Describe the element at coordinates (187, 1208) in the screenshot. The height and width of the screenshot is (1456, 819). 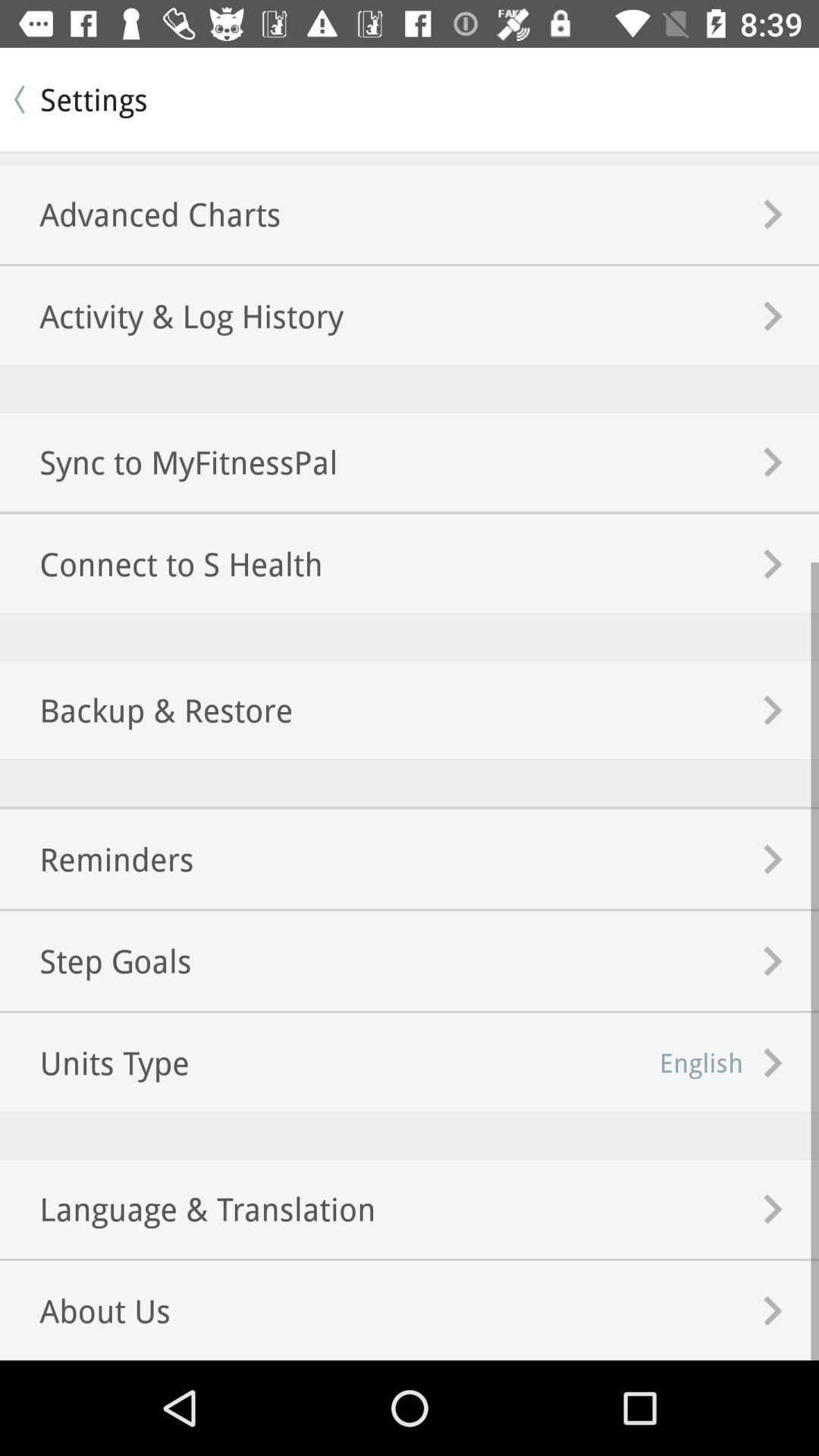
I see `language & translation item` at that location.